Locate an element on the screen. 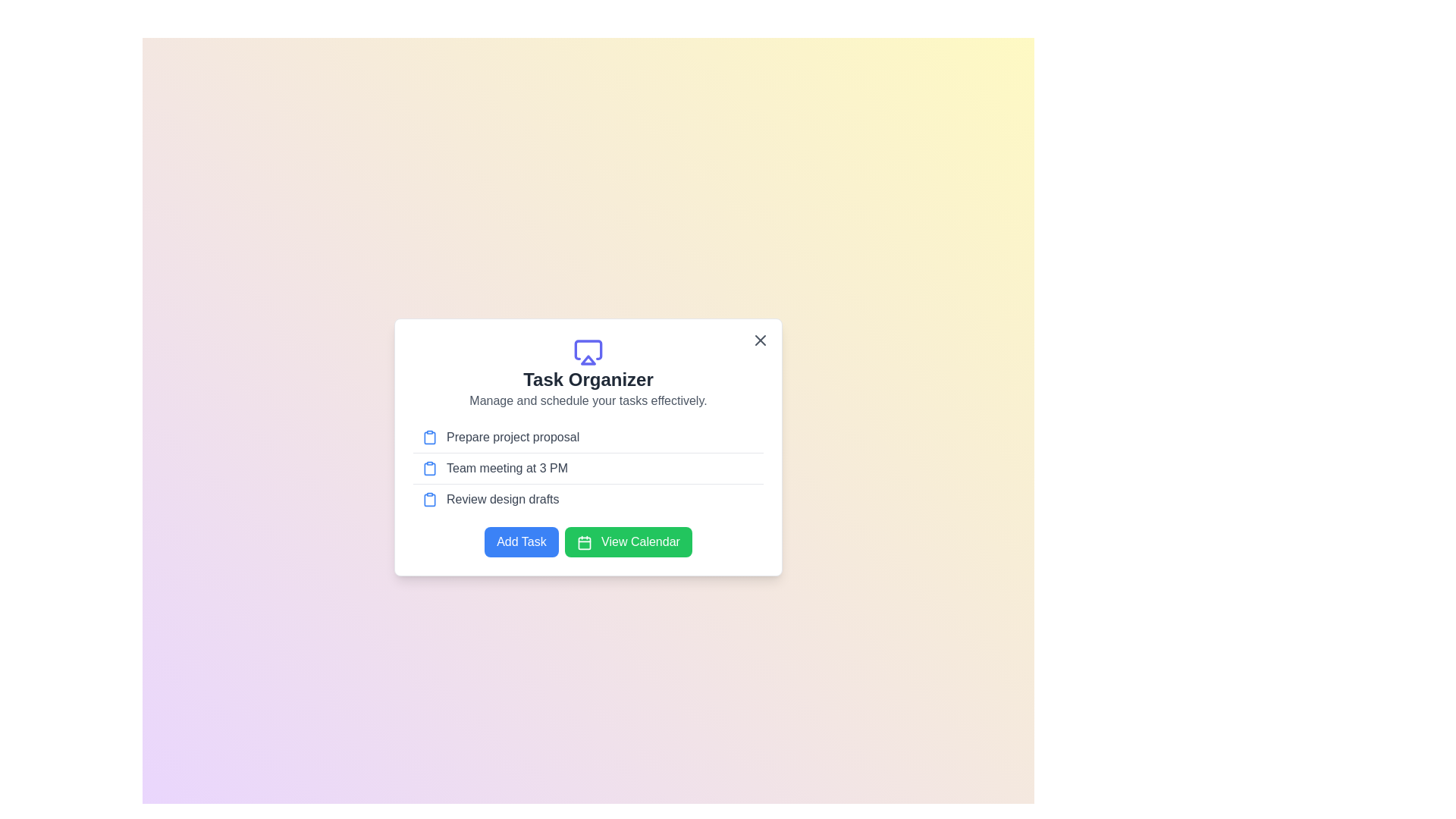  Text Label that represents the scheduled team meeting, positioned between 'Prepare project proposal' and 'Review design drafts' is located at coordinates (507, 467).